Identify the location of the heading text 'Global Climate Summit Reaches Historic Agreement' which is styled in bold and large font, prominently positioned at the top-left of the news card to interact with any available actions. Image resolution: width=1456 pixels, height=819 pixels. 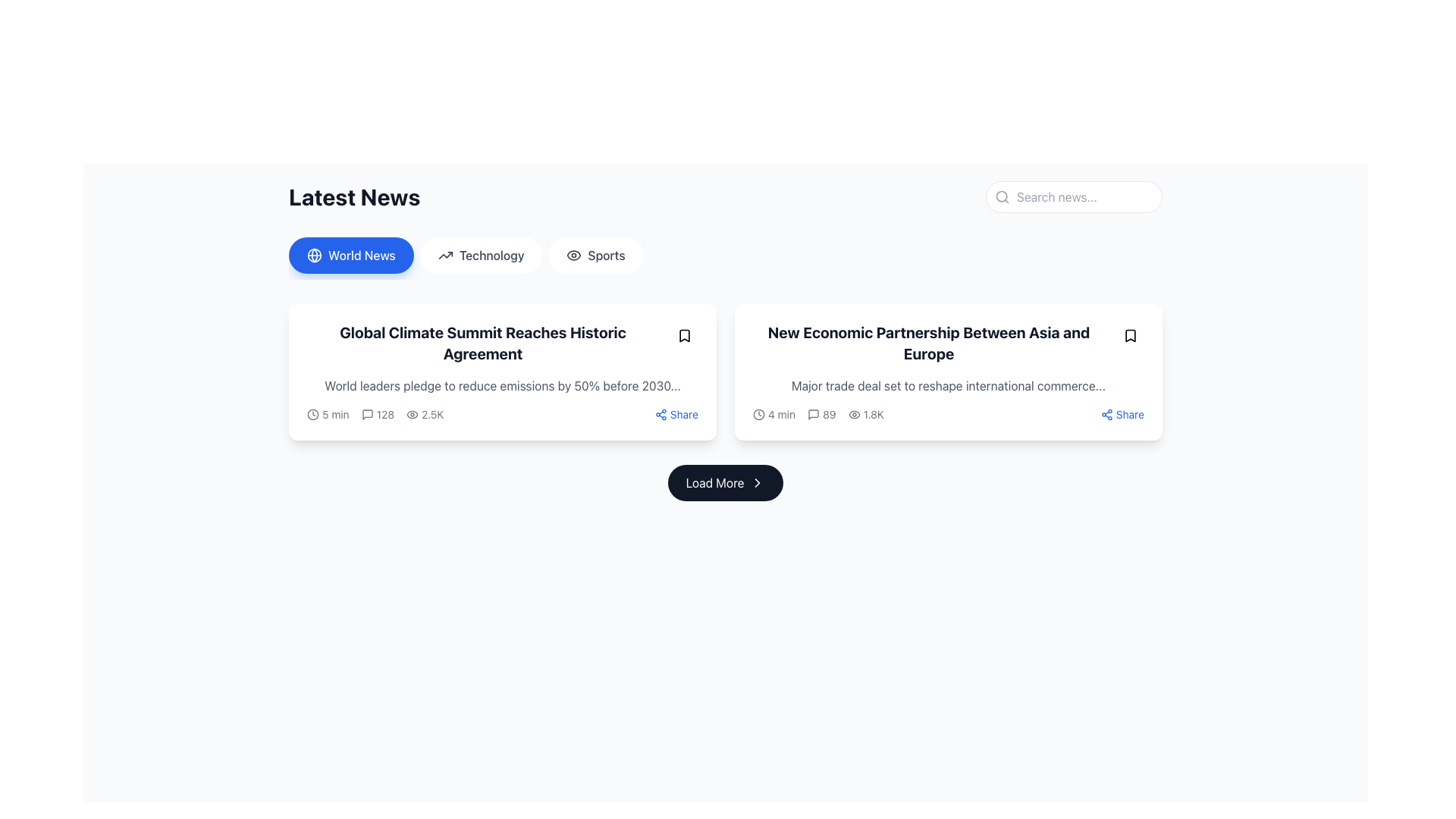
(488, 343).